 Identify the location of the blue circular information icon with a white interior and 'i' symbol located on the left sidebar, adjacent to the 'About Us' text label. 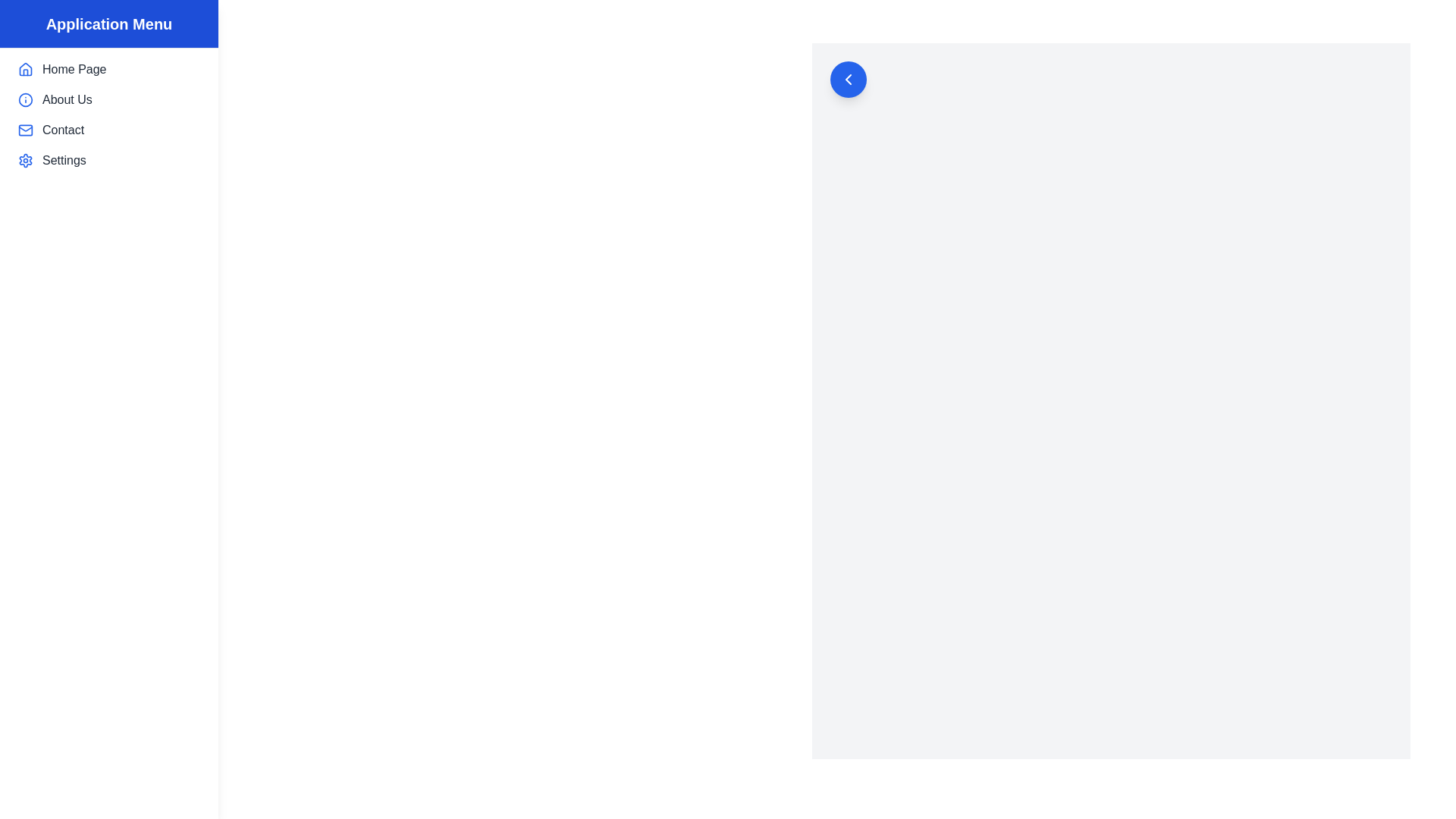
(25, 99).